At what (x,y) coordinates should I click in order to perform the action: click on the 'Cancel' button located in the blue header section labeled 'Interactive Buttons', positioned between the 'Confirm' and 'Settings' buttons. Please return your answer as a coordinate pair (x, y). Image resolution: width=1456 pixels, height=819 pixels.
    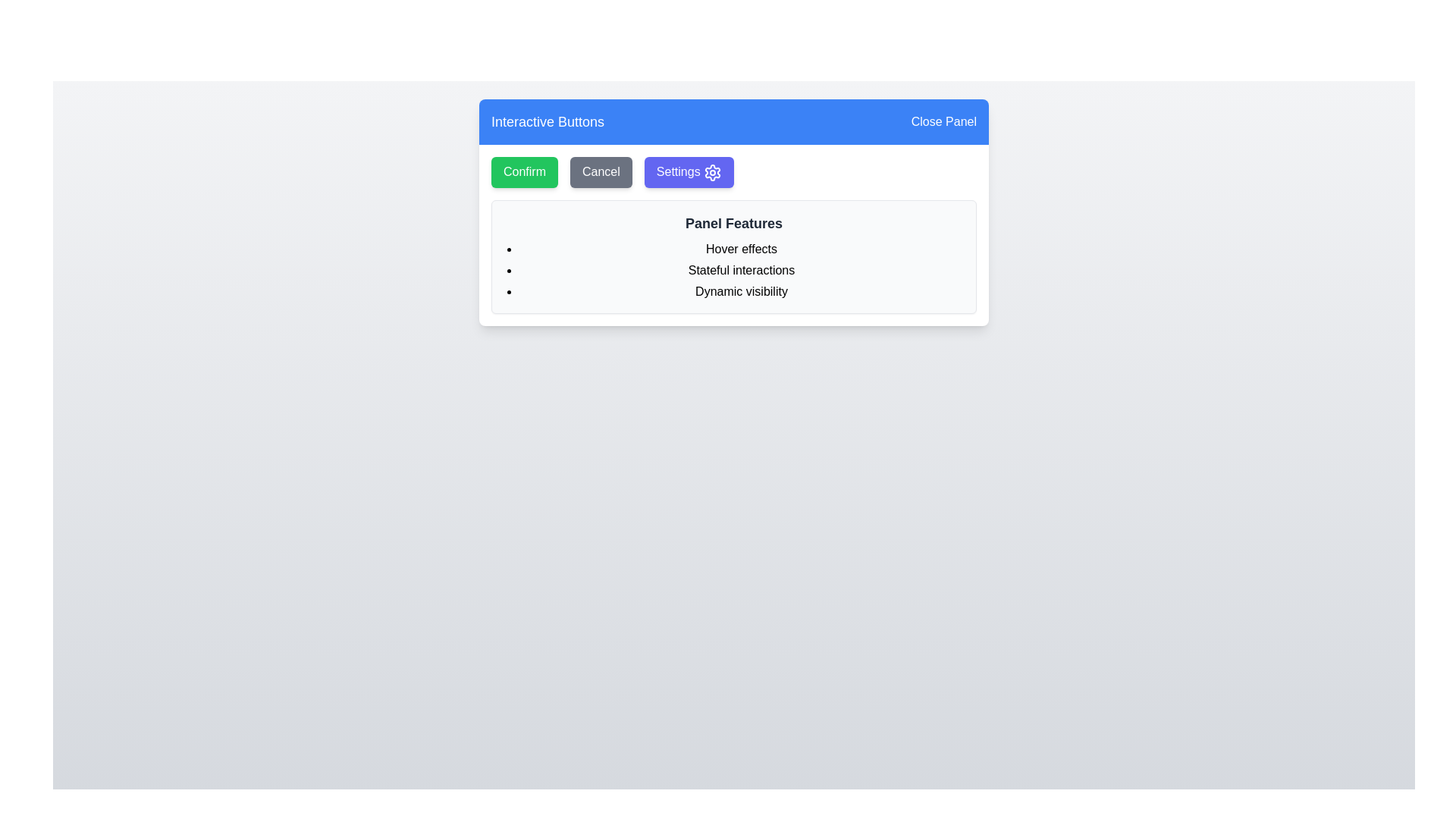
    Looking at the image, I should click on (600, 171).